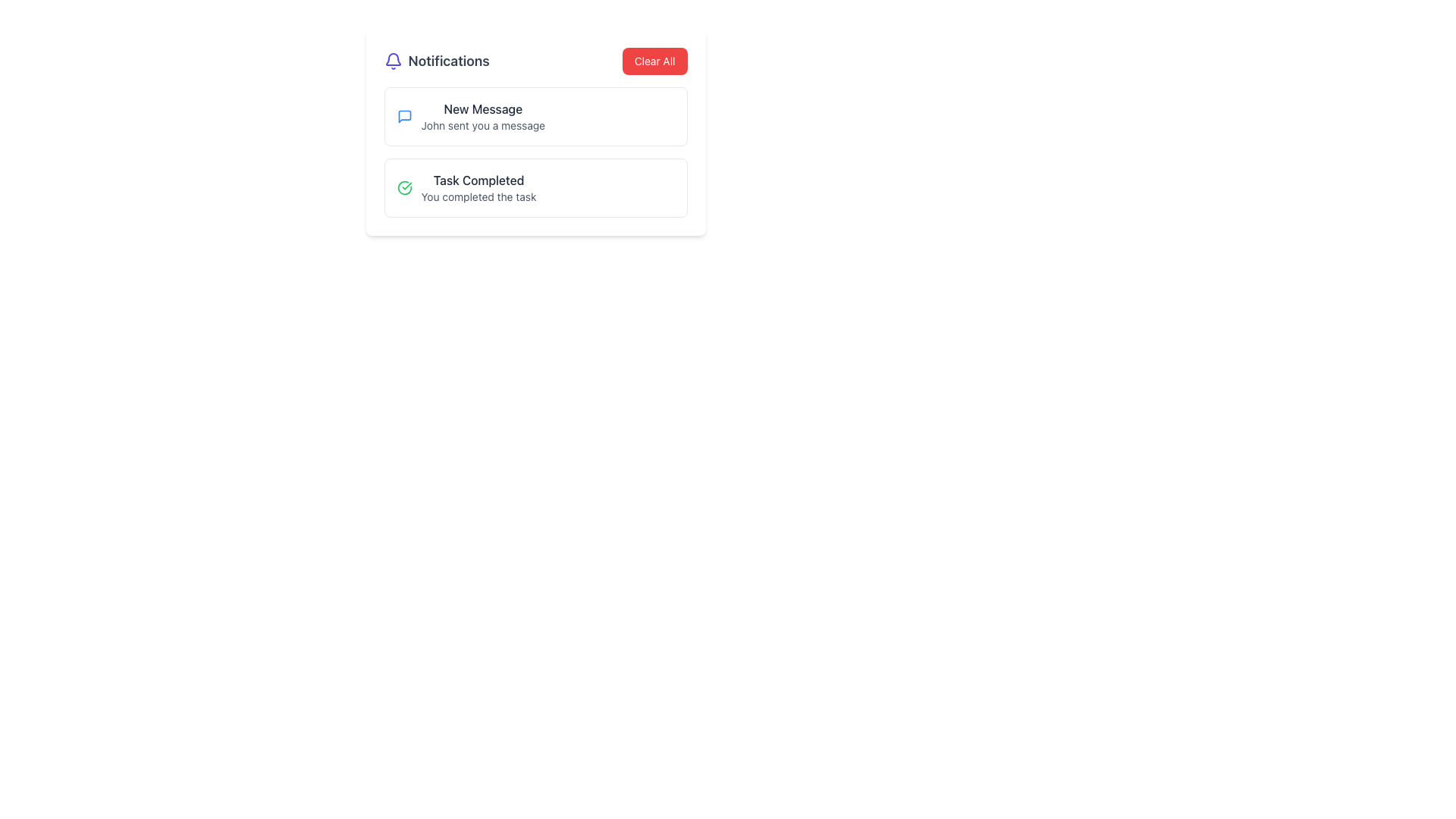  Describe the element at coordinates (478, 180) in the screenshot. I see `the 'Task Completed' text label, which is styled in medium font weight and dark gray color, located near the top of the second notification card` at that location.